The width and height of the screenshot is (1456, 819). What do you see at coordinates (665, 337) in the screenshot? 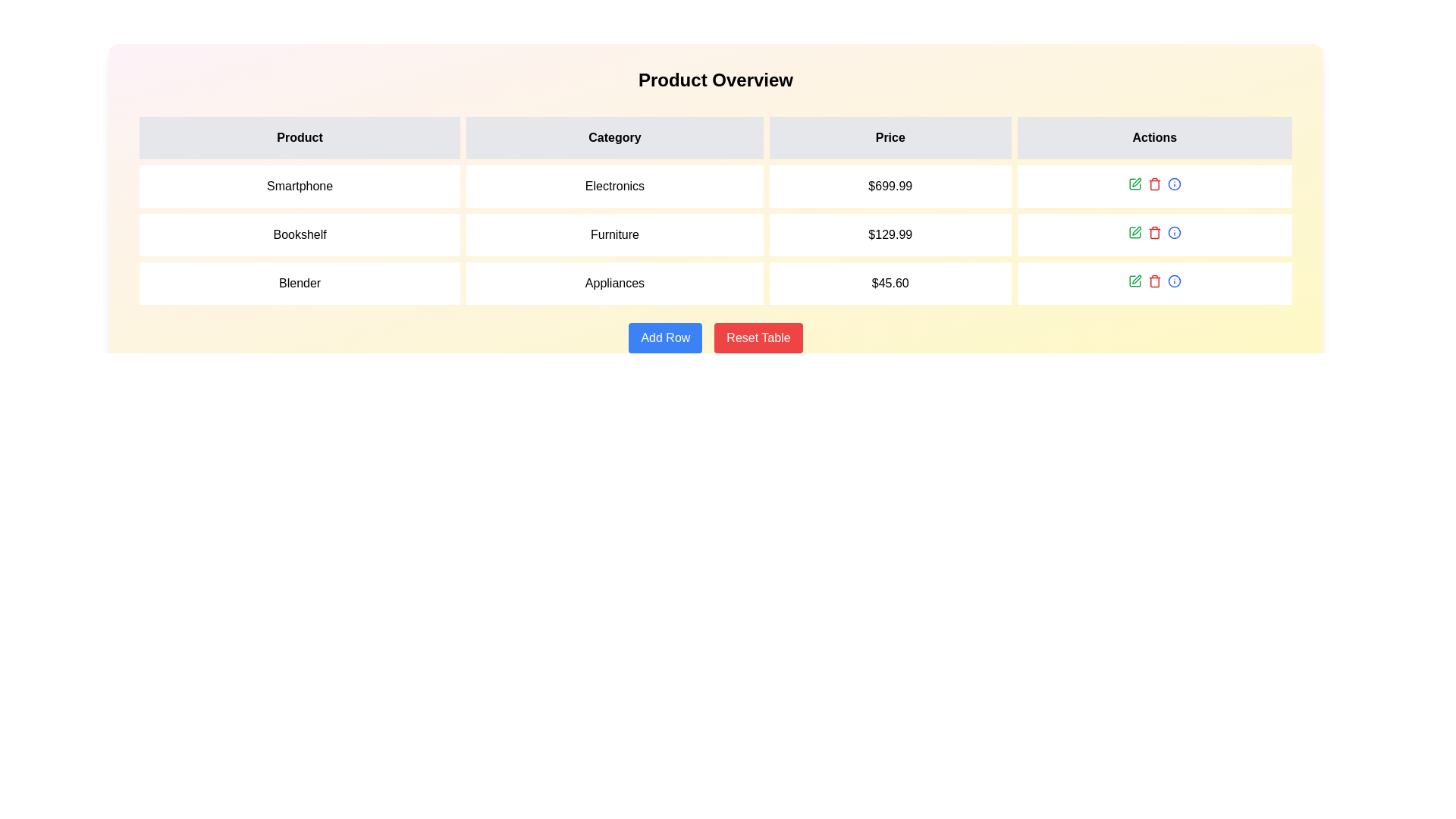
I see `the blue 'Add Row' button with white text to change its appearance` at bounding box center [665, 337].